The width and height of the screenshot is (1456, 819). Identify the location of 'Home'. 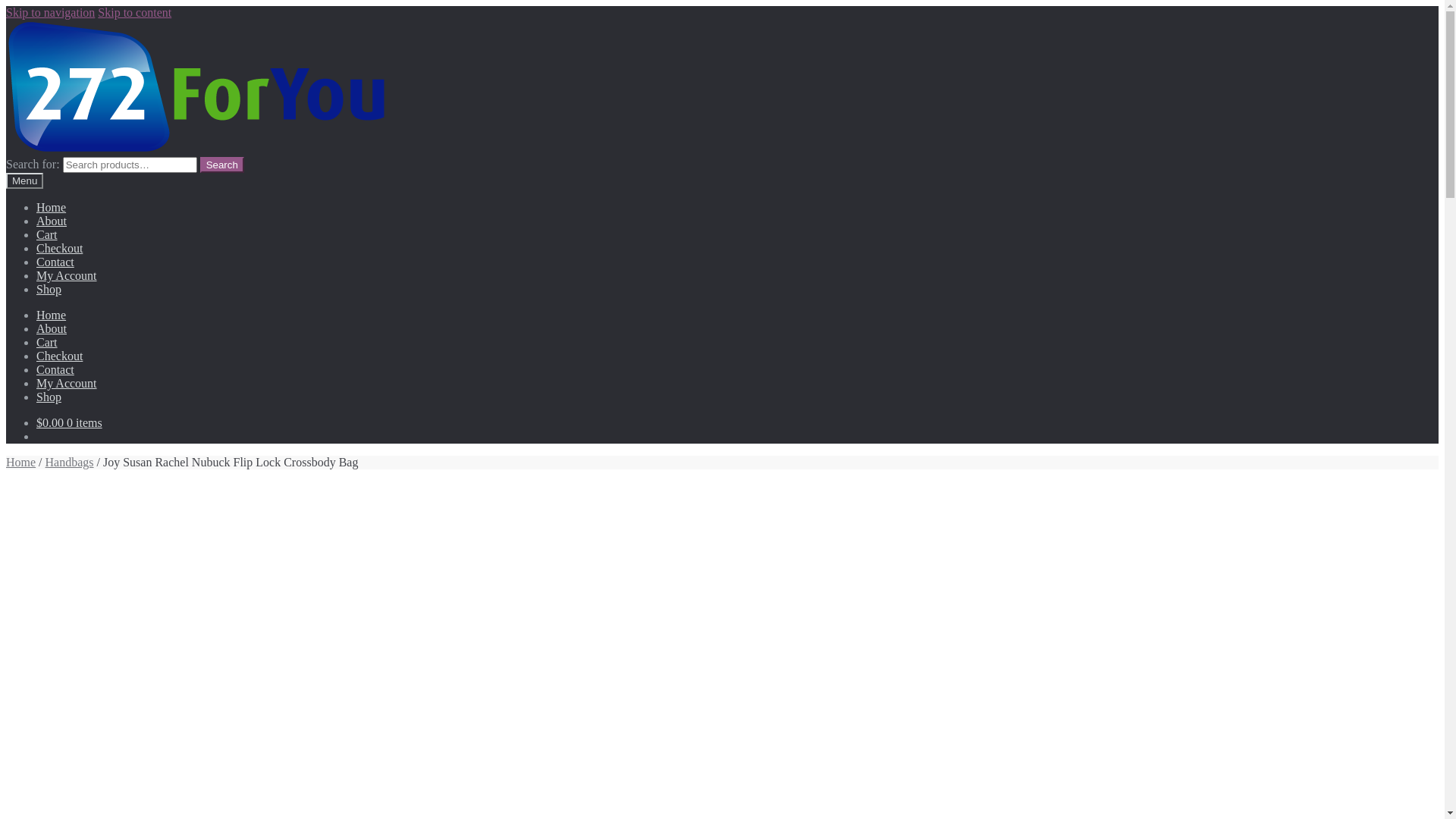
(51, 207).